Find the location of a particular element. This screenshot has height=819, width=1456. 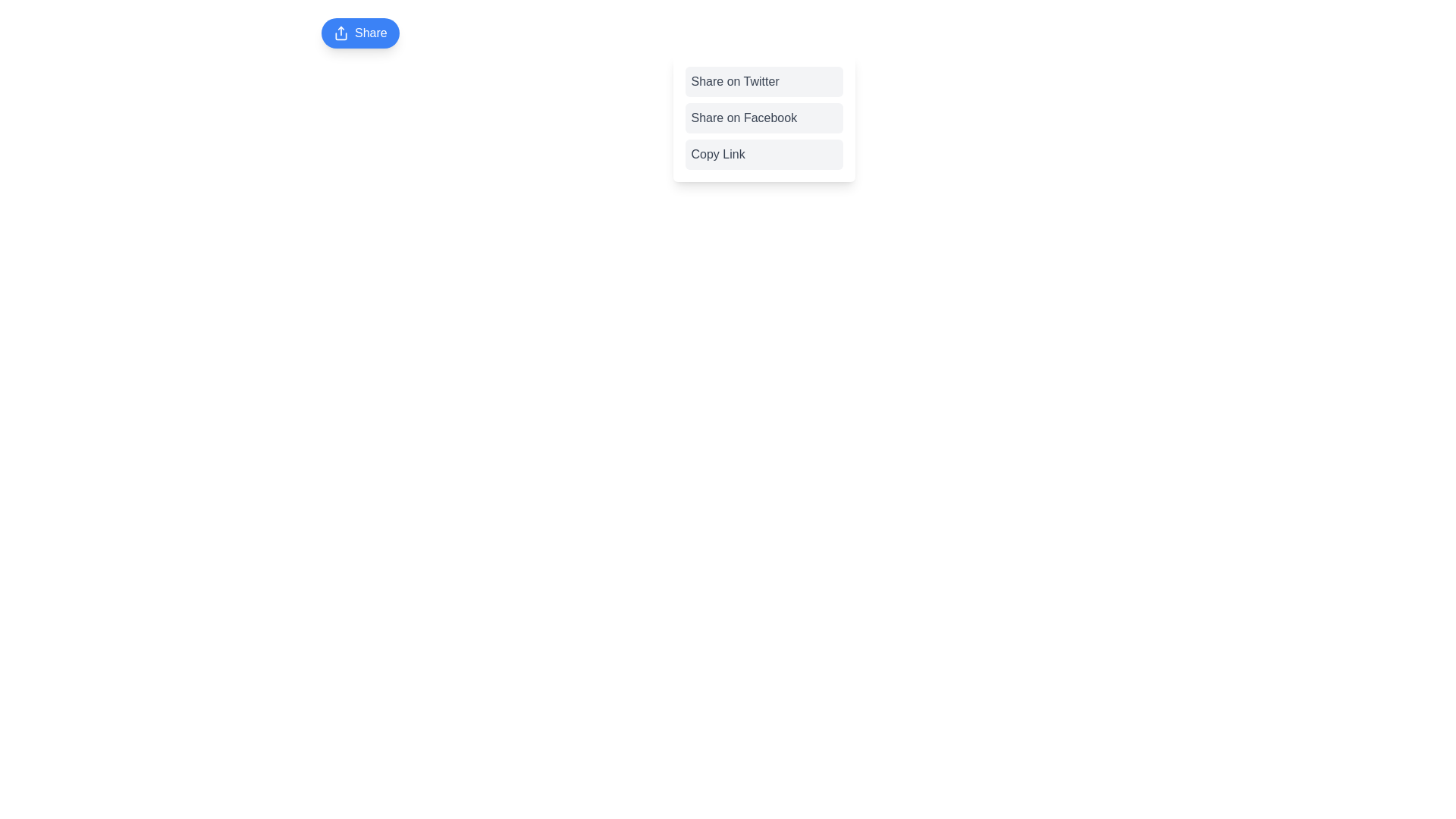

the 'Share on Facebook' button, which is a rectangular button with a grey background and the text 'Share on Facebook', to observe hover-specific design changes is located at coordinates (764, 117).